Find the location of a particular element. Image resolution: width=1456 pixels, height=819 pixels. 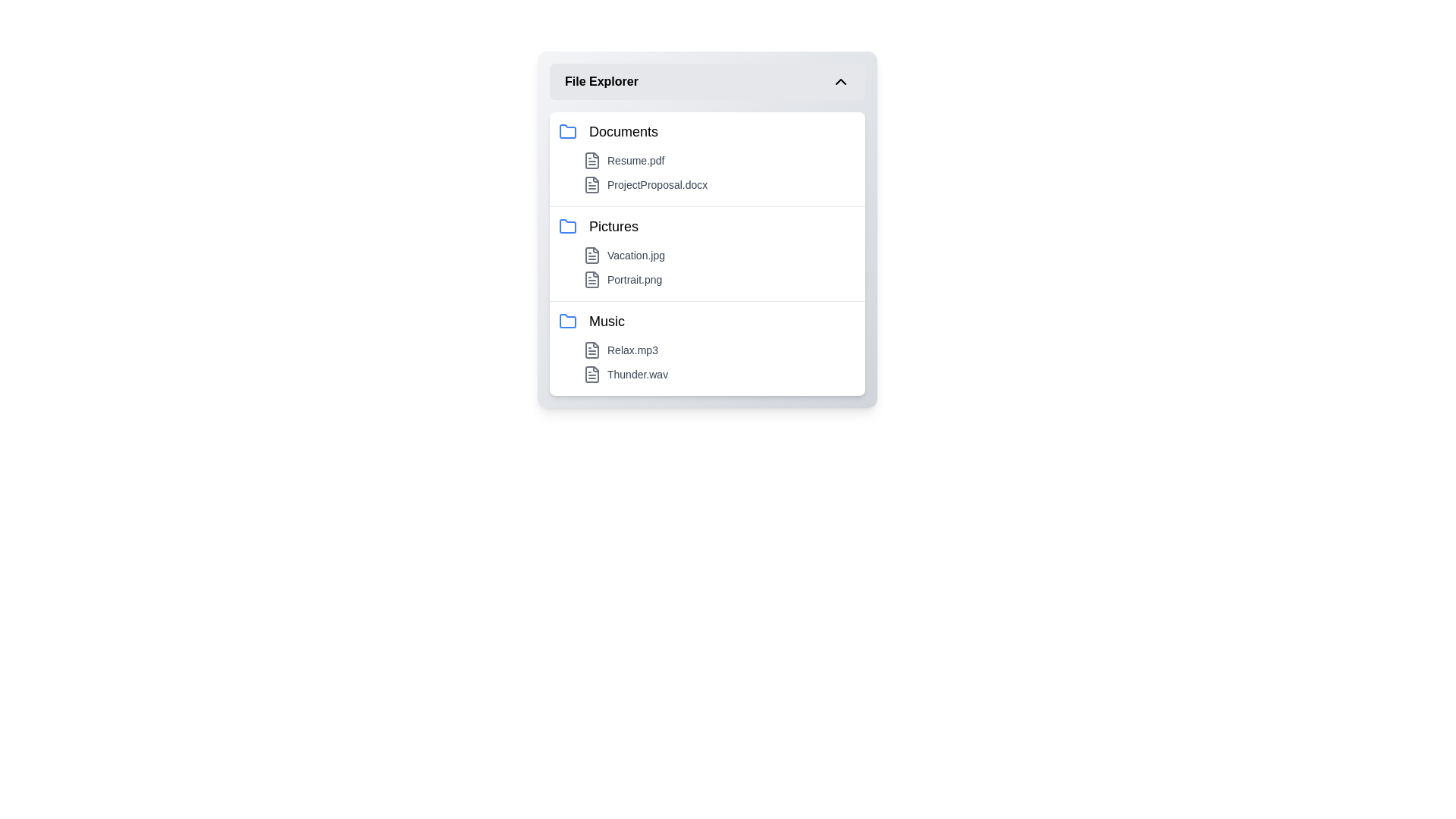

the folder named Documents to select it is located at coordinates (706, 130).